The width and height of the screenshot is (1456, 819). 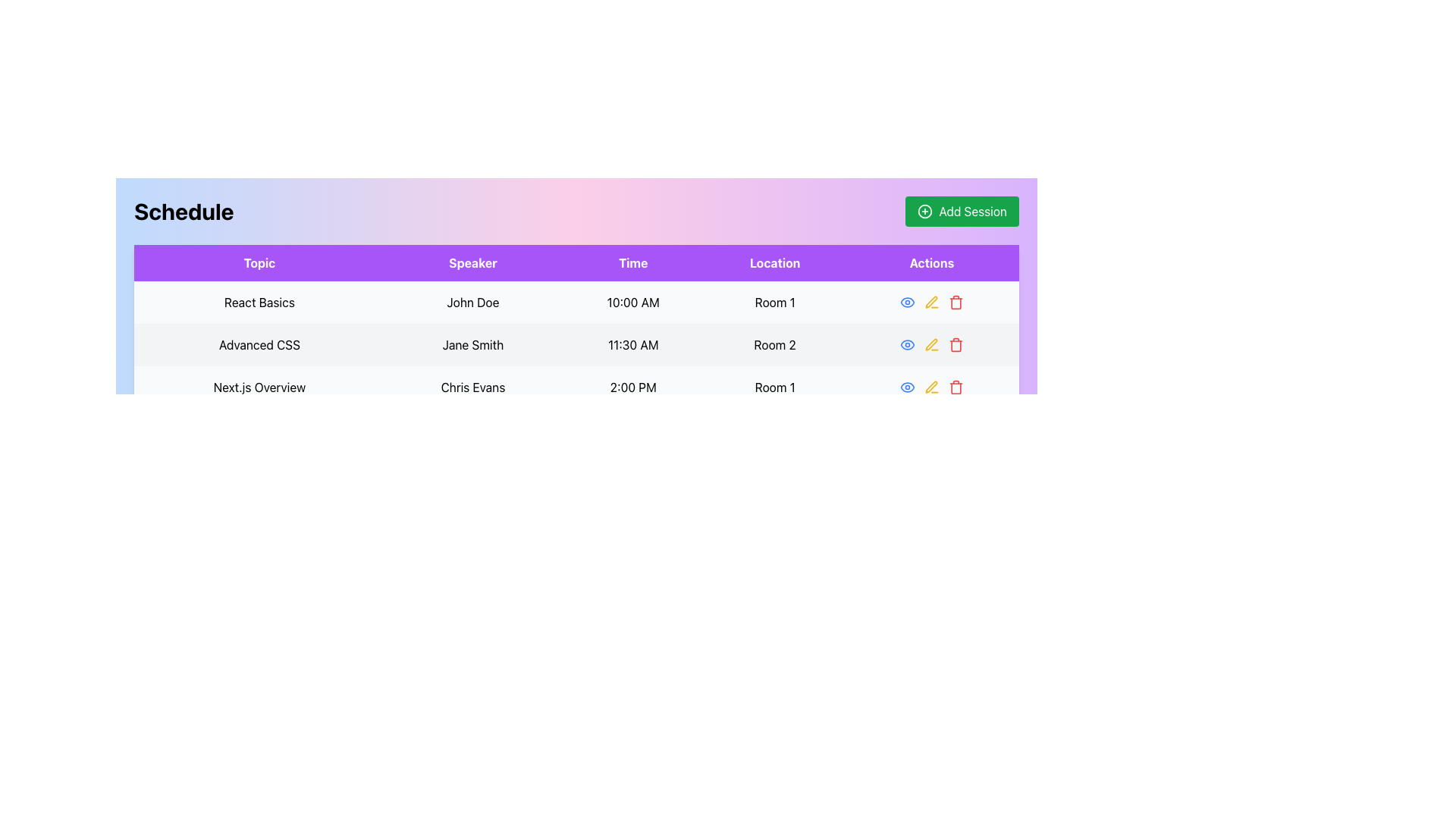 What do you see at coordinates (633, 386) in the screenshot?
I see `the text label indicating the scheduled time for the 'Next.js Overview' session, which is positioned in the 'Time' column for 'Chris Evans'` at bounding box center [633, 386].